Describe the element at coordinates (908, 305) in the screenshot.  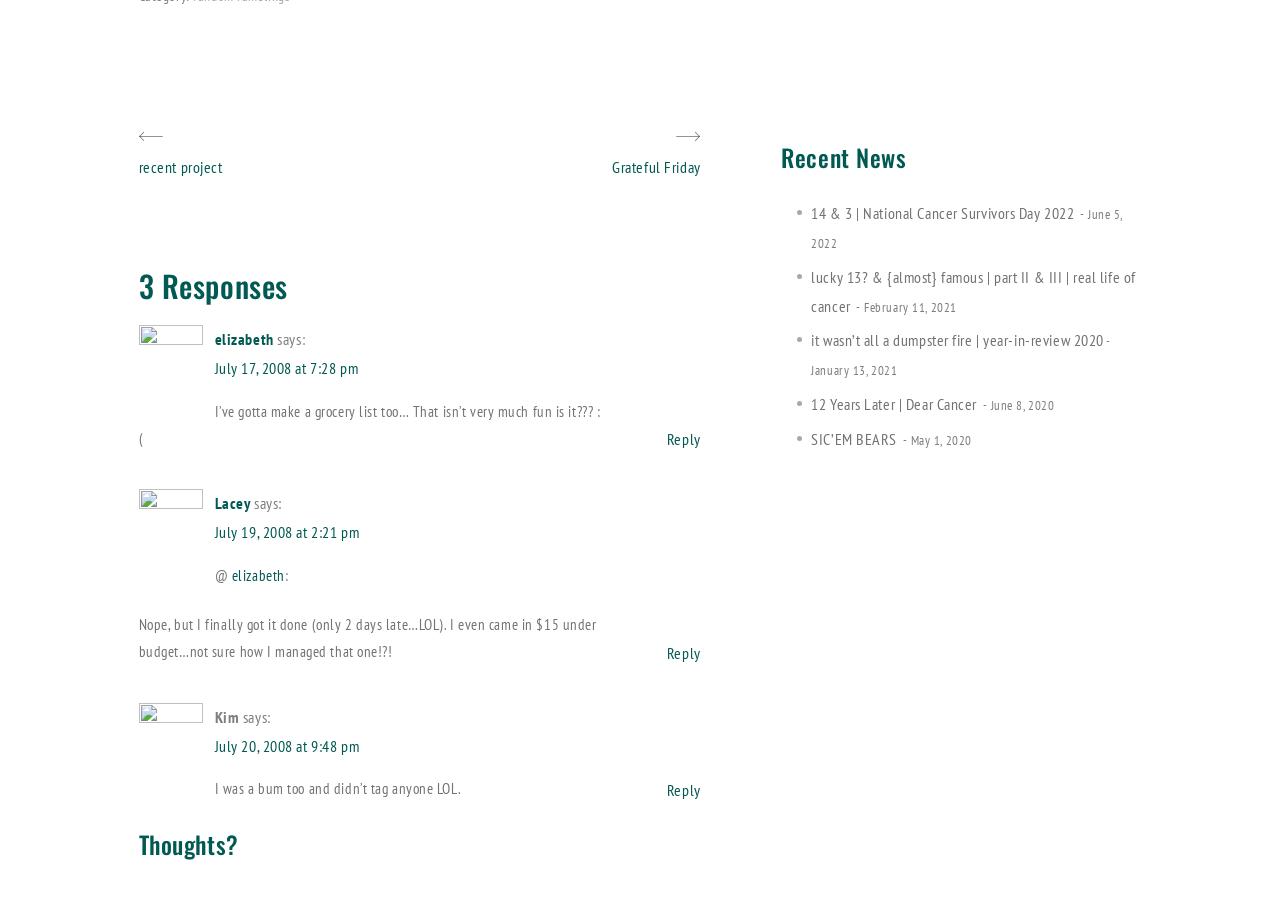
I see `'February 11, 2021'` at that location.